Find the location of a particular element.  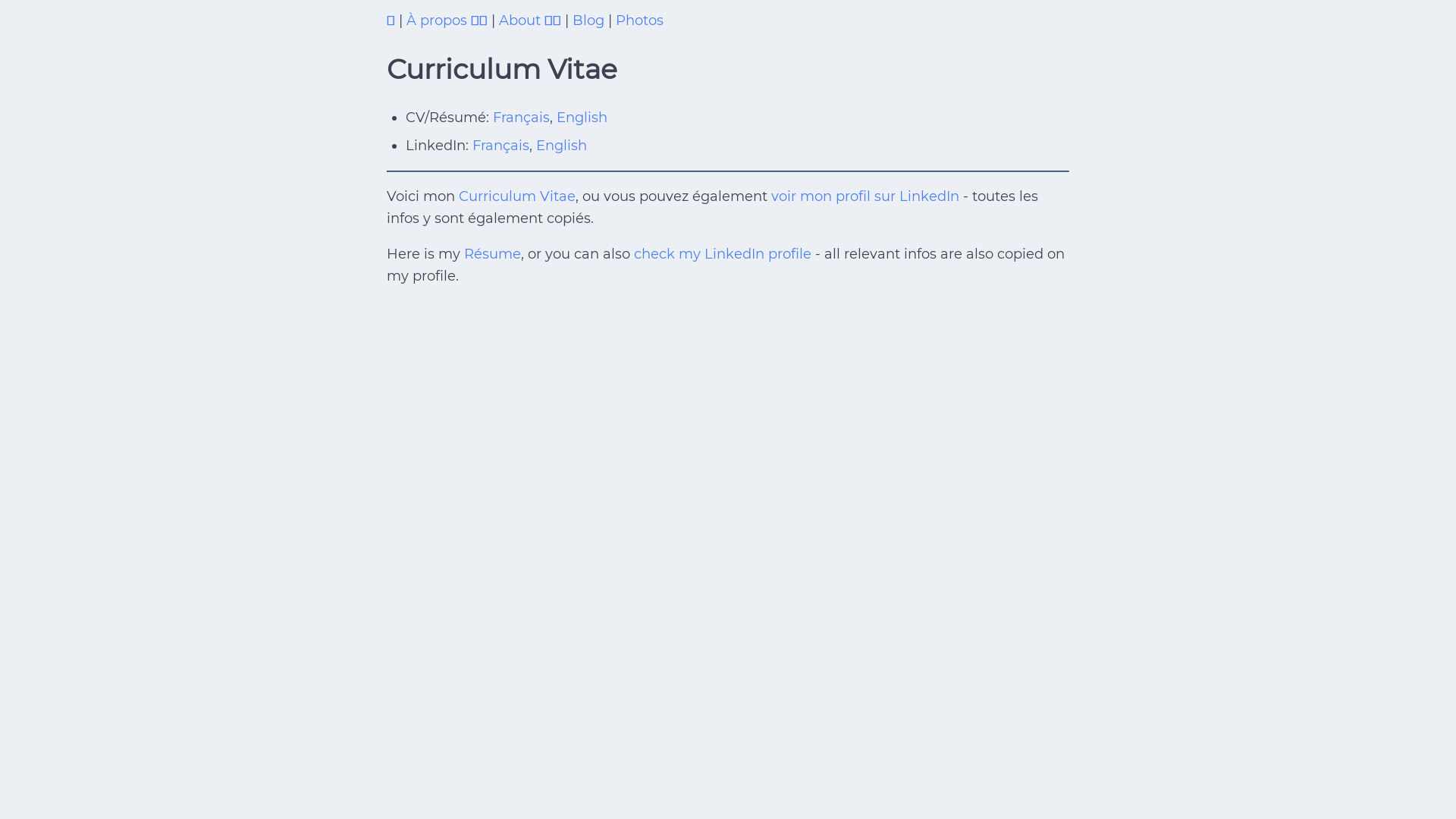

'English' is located at coordinates (581, 116).